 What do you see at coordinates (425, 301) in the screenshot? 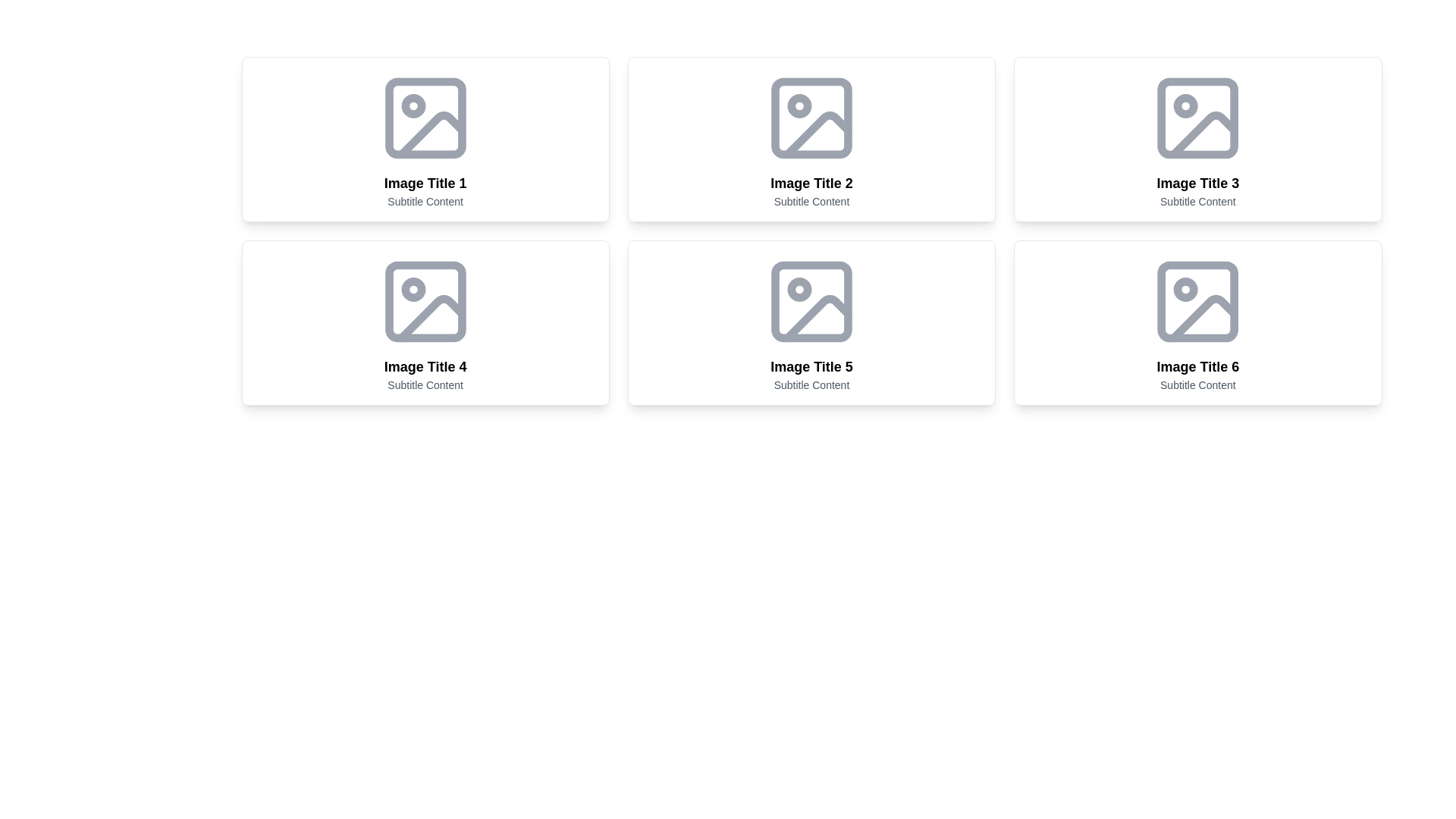
I see `the SVG graphic icon representing an image placeholder, which is located inside the second card titled 'Image Title 4' in the second row of the grid layout` at bounding box center [425, 301].